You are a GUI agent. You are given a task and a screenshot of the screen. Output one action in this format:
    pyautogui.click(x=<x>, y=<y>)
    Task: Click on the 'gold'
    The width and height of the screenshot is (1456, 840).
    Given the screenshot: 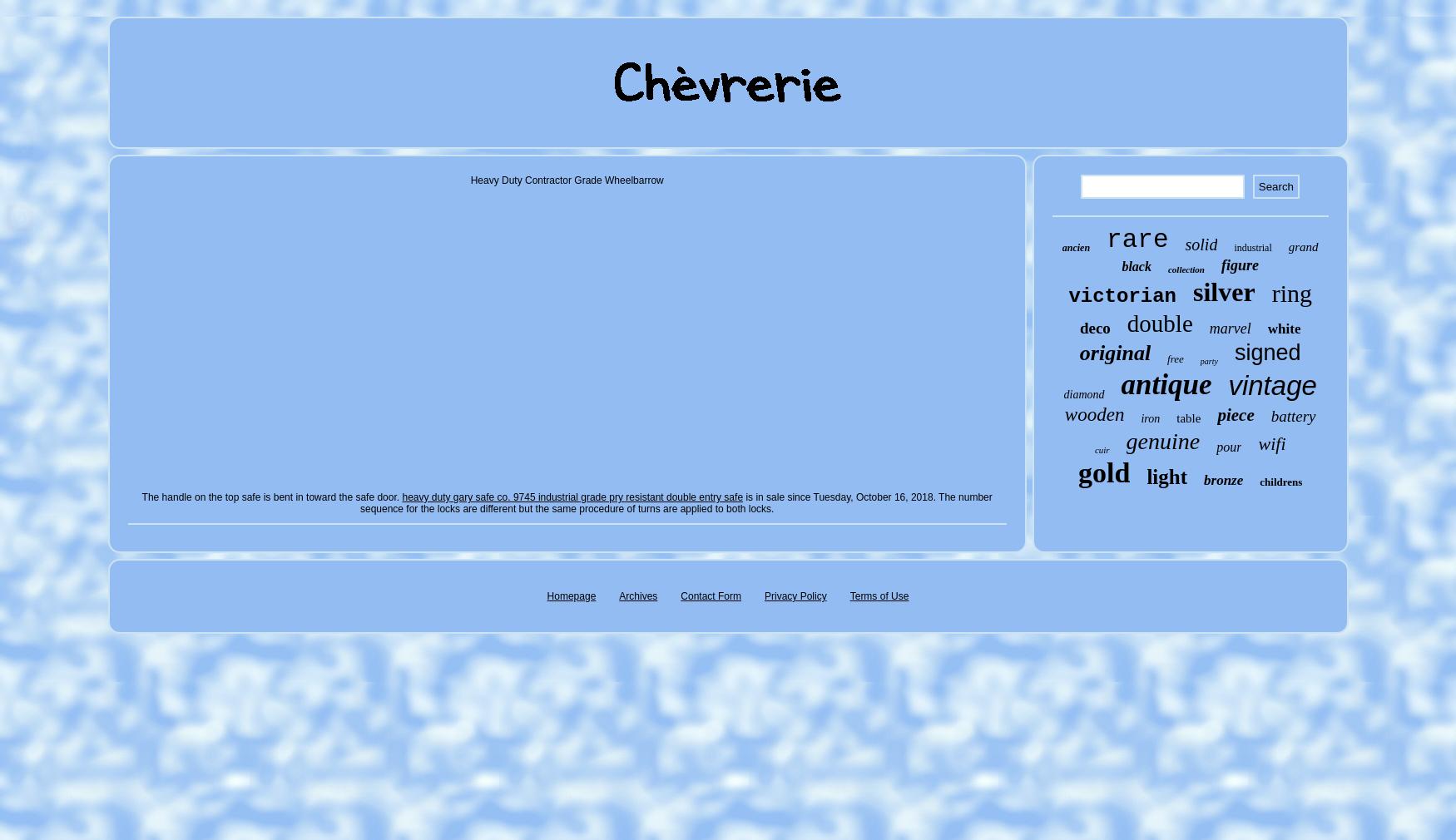 What is the action you would take?
    pyautogui.click(x=1104, y=472)
    